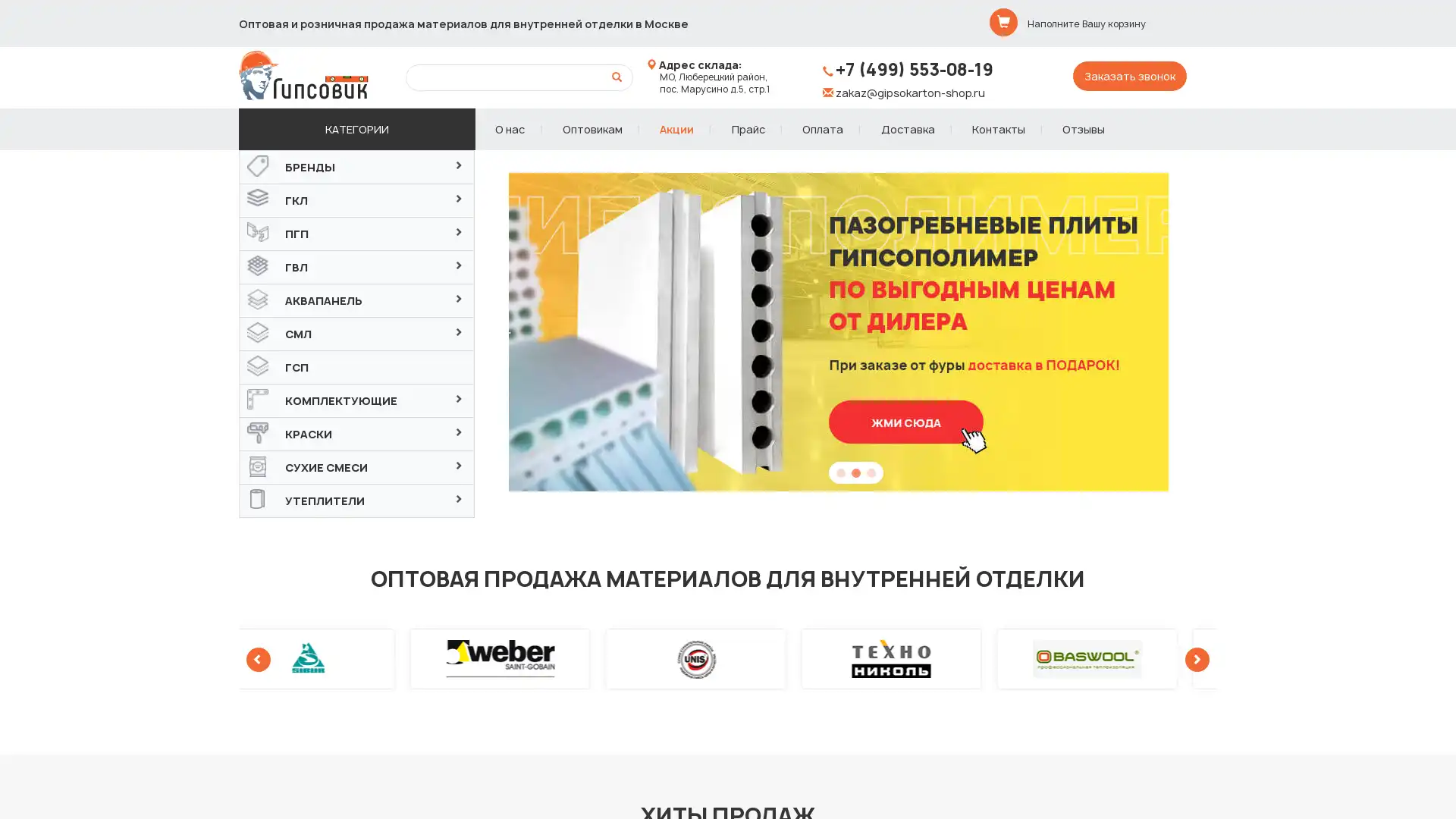  What do you see at coordinates (505, 331) in the screenshot?
I see `Previous` at bounding box center [505, 331].